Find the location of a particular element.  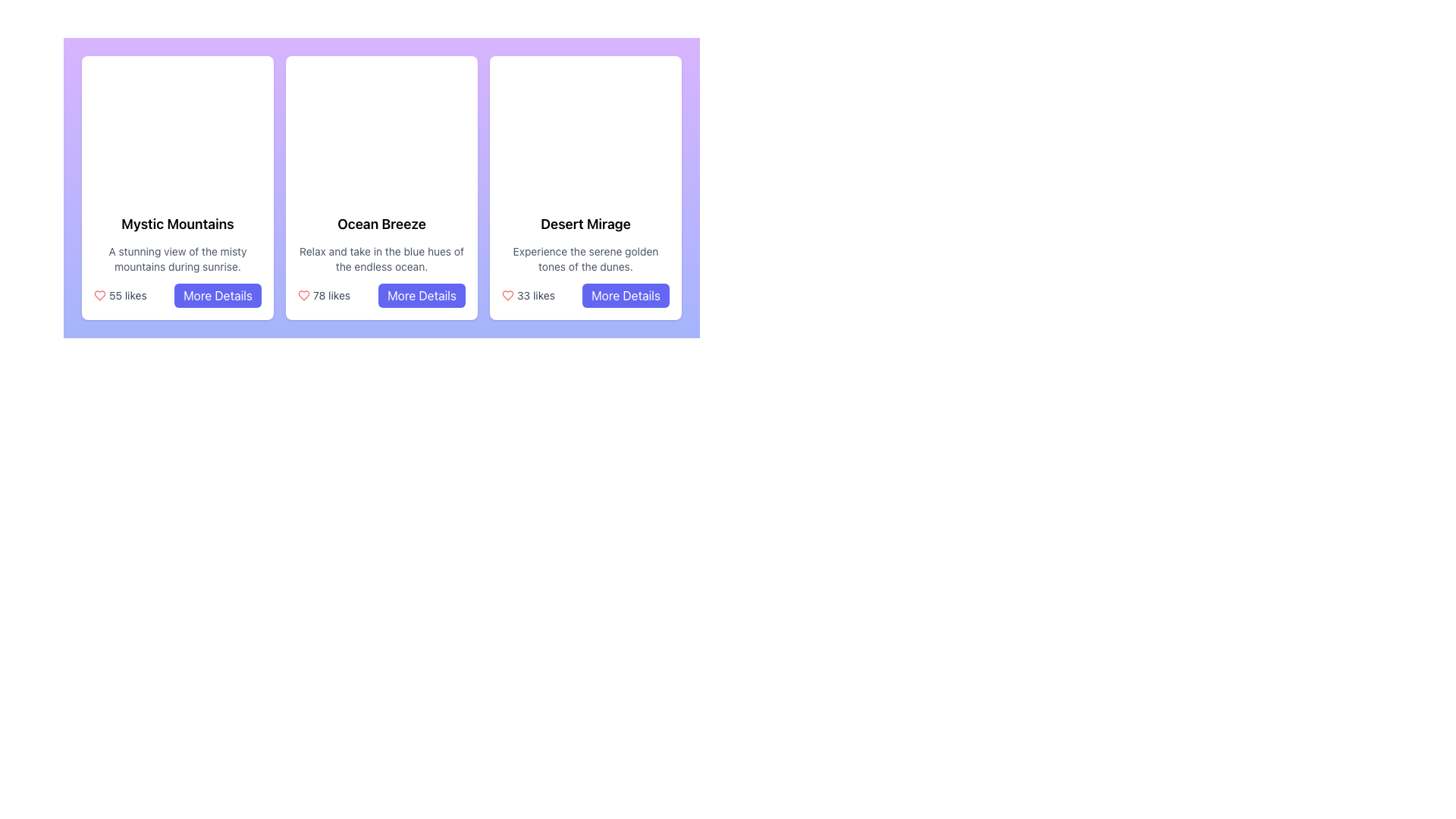

the likes count and heart icon in the Multi-element compound located at the bottom of the 'Mystic Mountains' card, which consists of a red heart icon and the text '55 likes' is located at coordinates (177, 295).